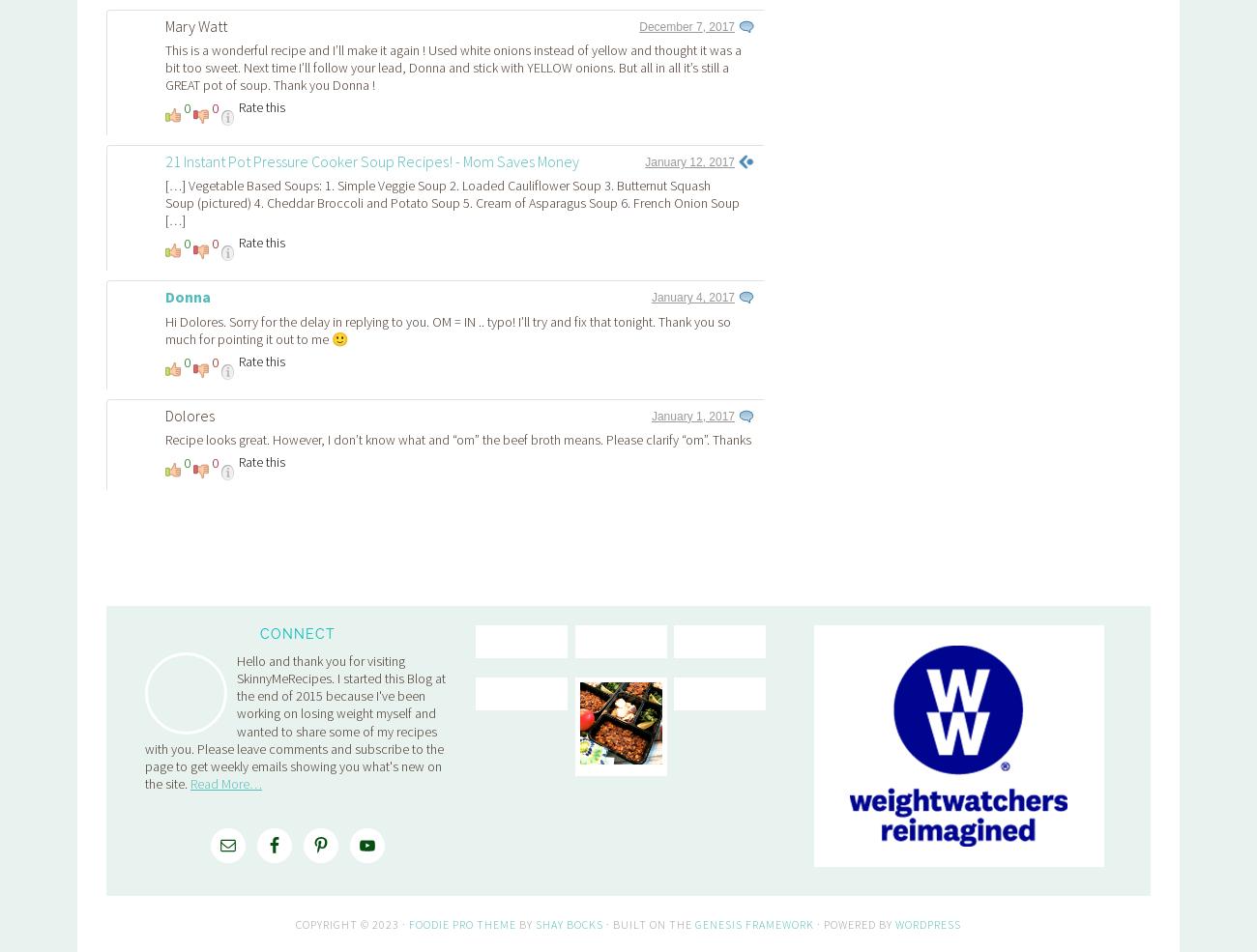 This screenshot has width=1257, height=952. I want to click on 'Foodie Pro Theme', so click(461, 652).